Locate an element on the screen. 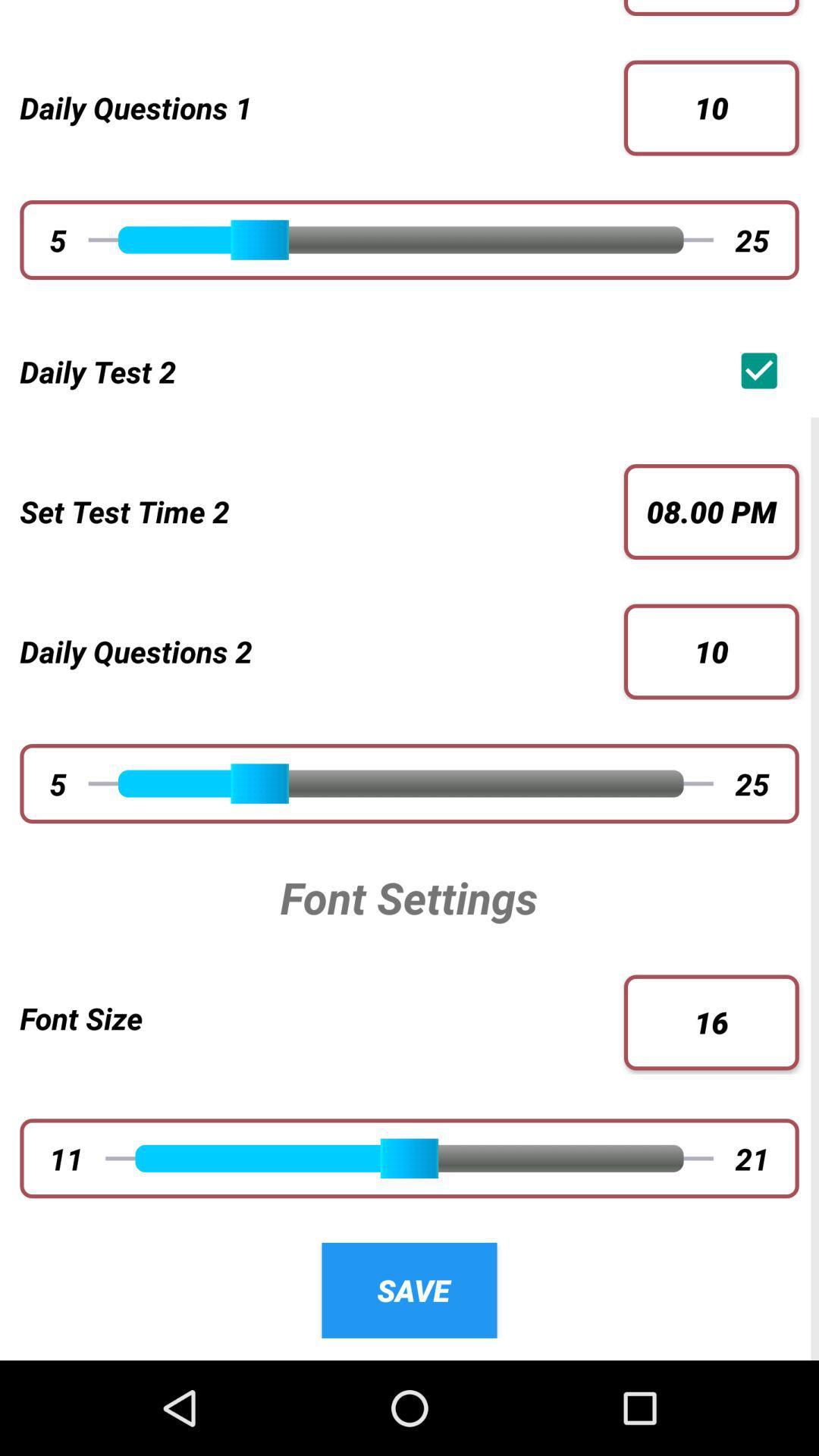 This screenshot has width=819, height=1456. the item to the left of 16 is located at coordinates (321, 1018).